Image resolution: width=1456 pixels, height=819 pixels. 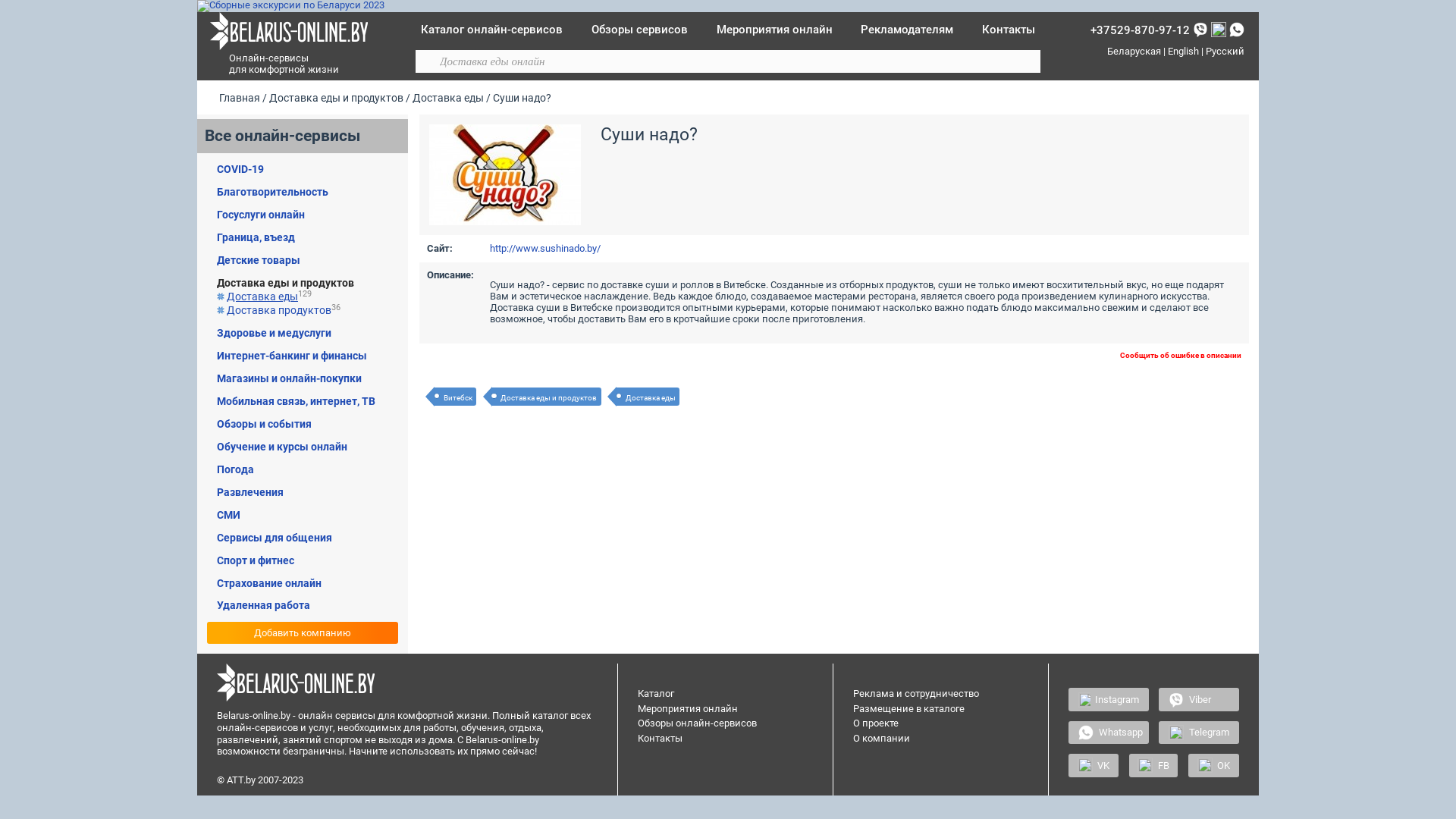 What do you see at coordinates (1140, 30) in the screenshot?
I see `'+37529-870-97-12'` at bounding box center [1140, 30].